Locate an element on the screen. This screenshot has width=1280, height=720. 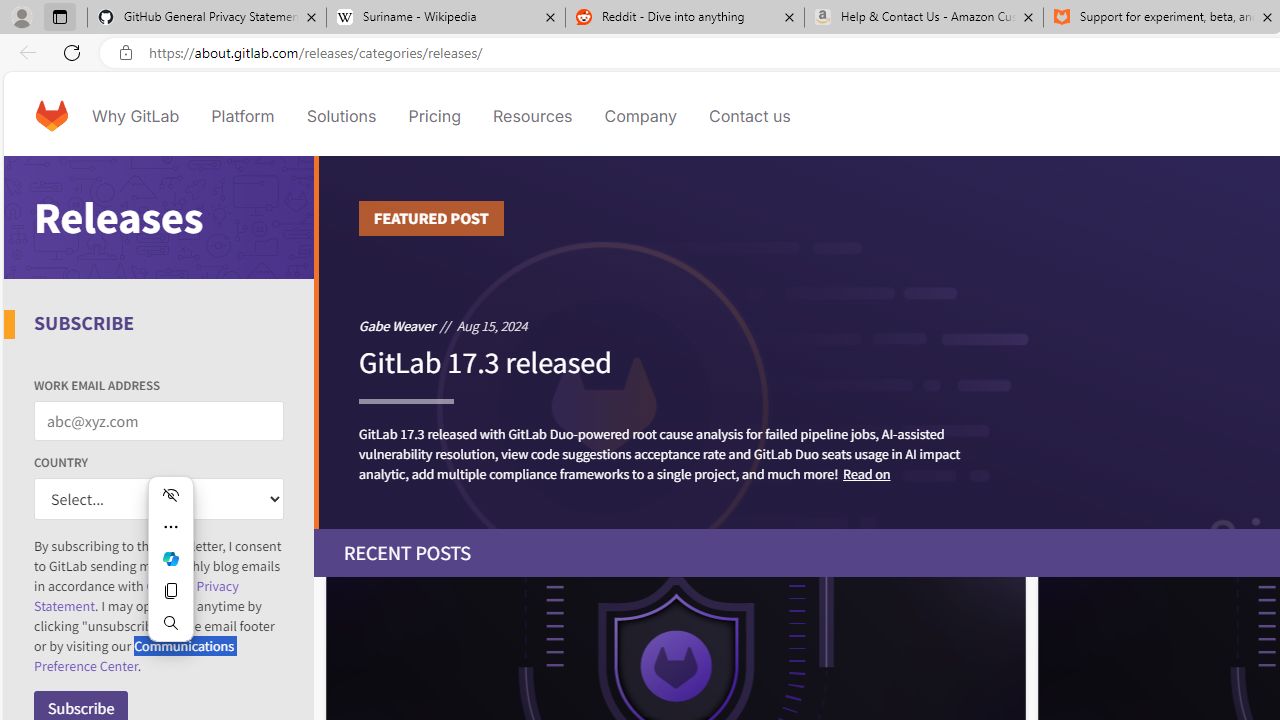
'Help & Contact Us - Amazon Customer Service - Sleeping' is located at coordinates (923, 17).